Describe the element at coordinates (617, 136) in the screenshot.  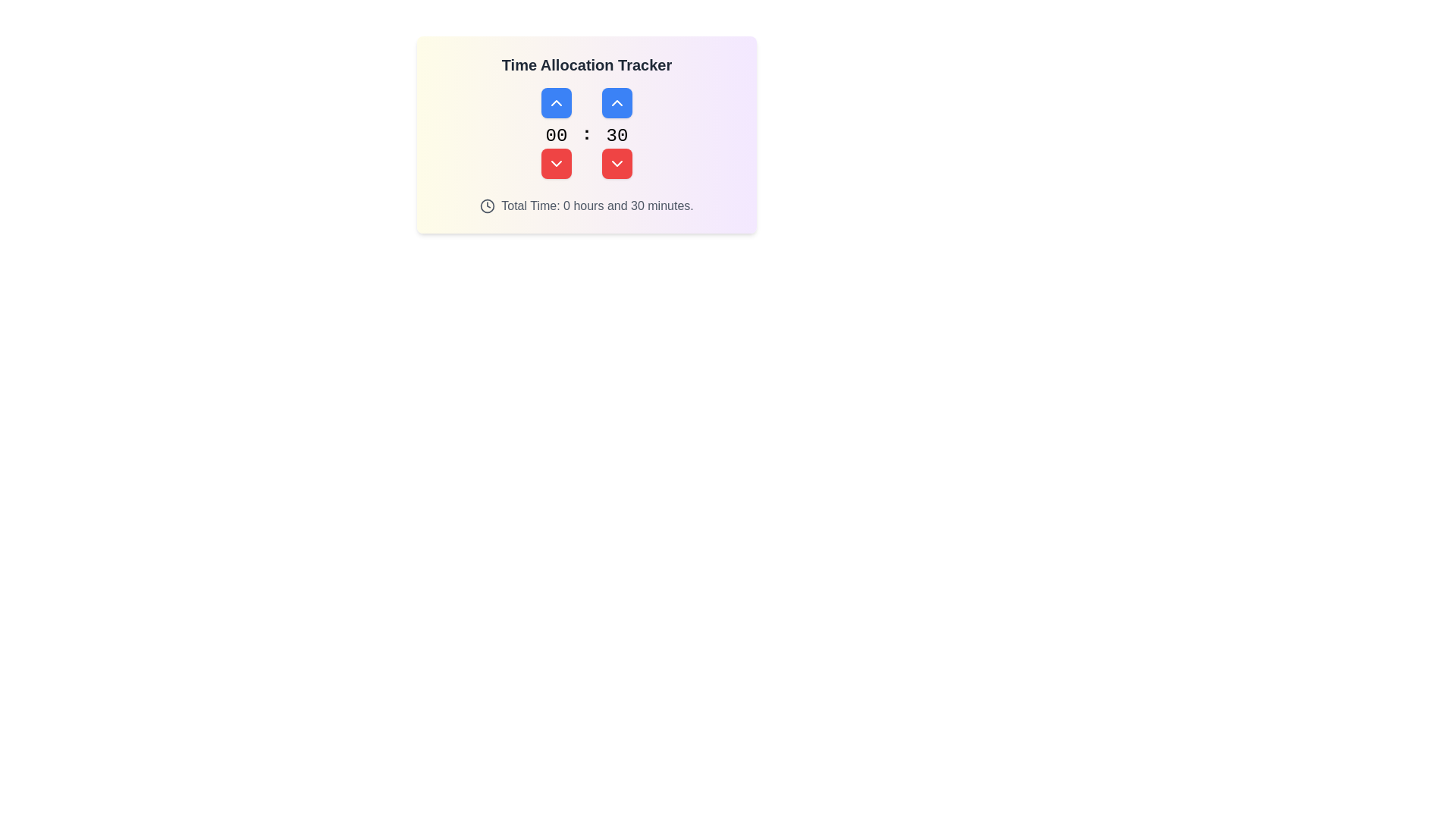
I see `the text element displaying '30' in a large monospace font, located beneath the upward-pointing arrow and above the downward-pointing arrow in the time adjustment interface` at that location.